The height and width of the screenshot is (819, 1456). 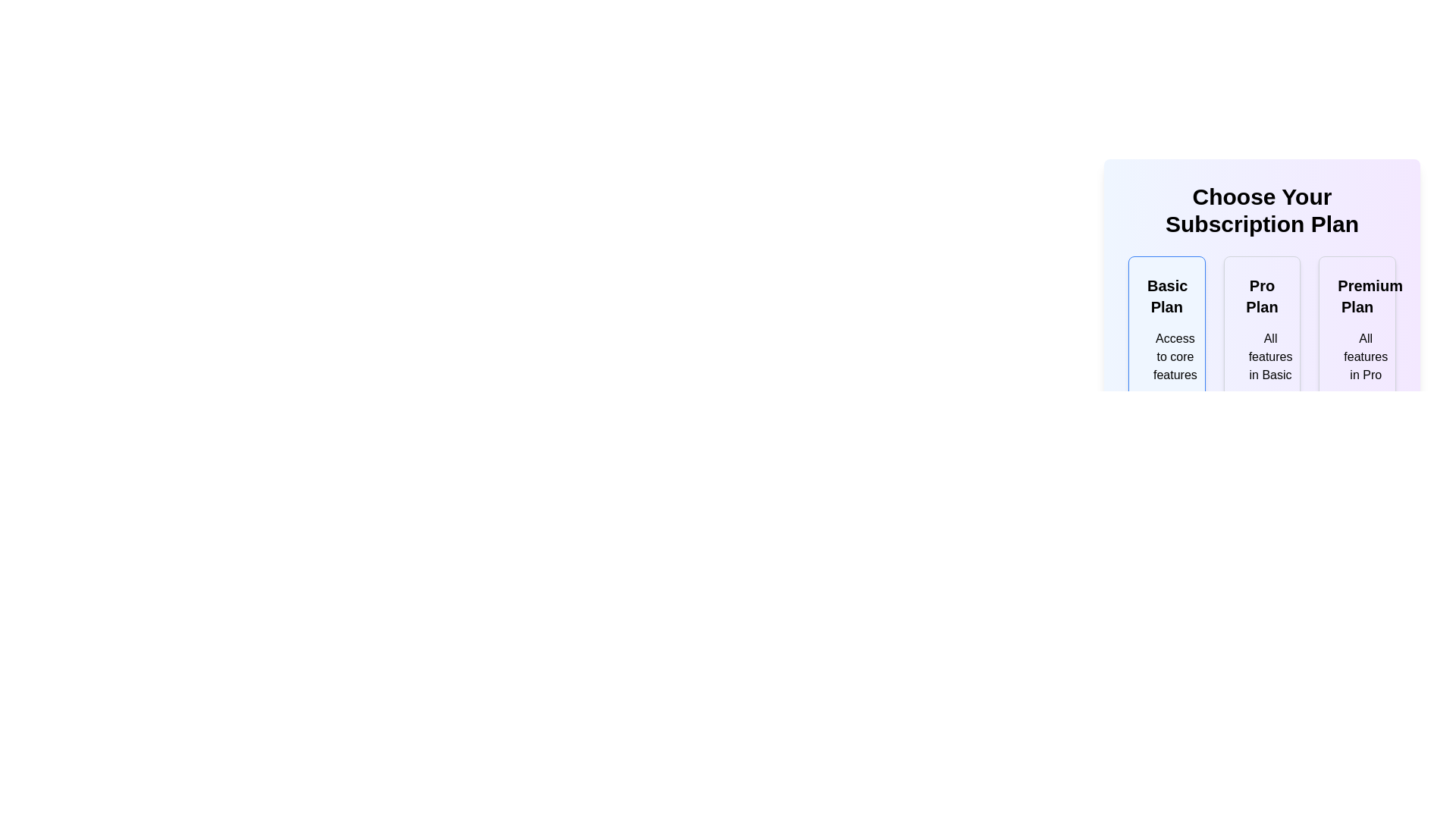 What do you see at coordinates (1174, 356) in the screenshot?
I see `the text label displaying 'Access to core features'` at bounding box center [1174, 356].